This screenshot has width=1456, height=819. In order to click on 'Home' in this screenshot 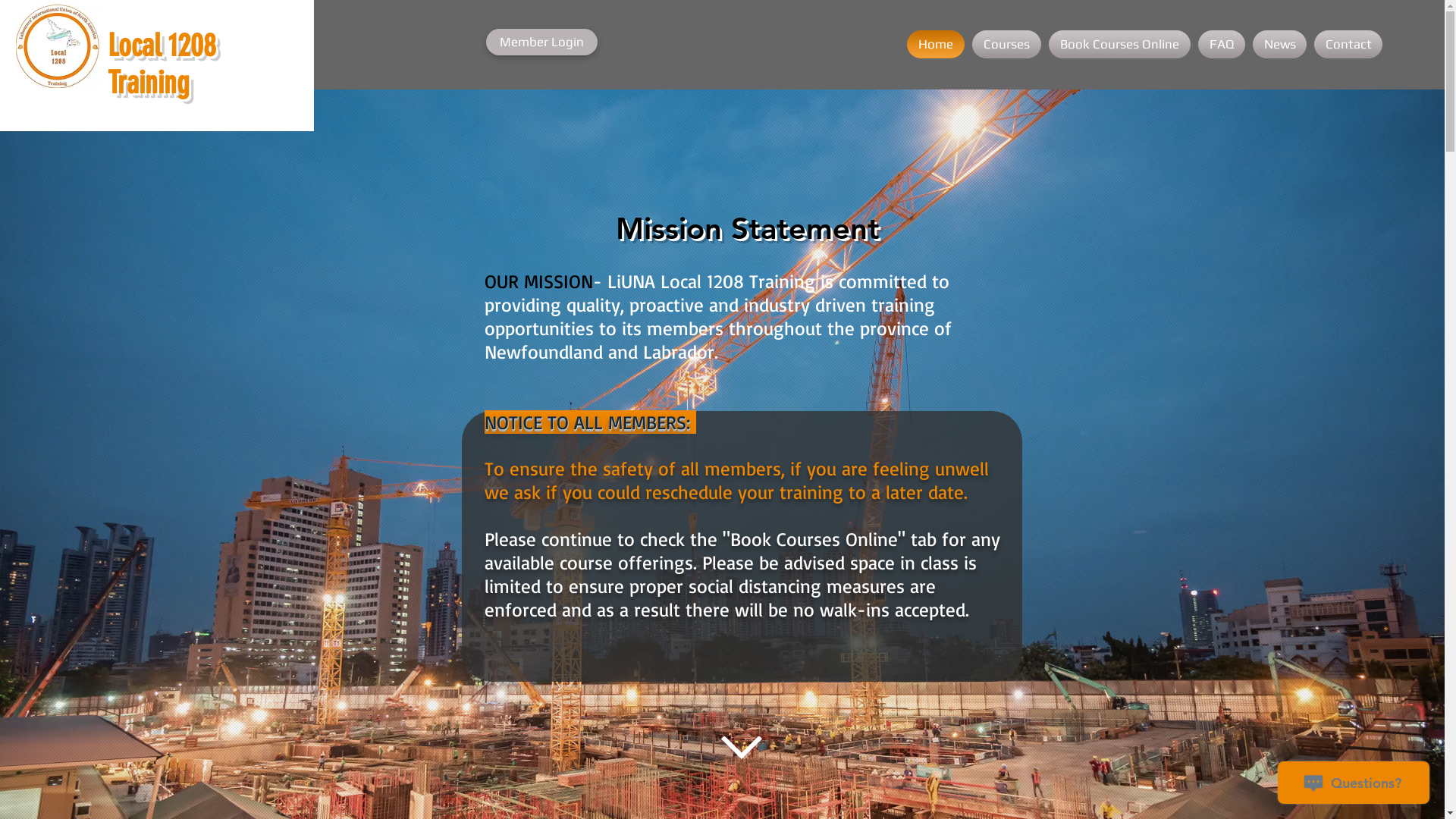, I will do `click(937, 43)`.